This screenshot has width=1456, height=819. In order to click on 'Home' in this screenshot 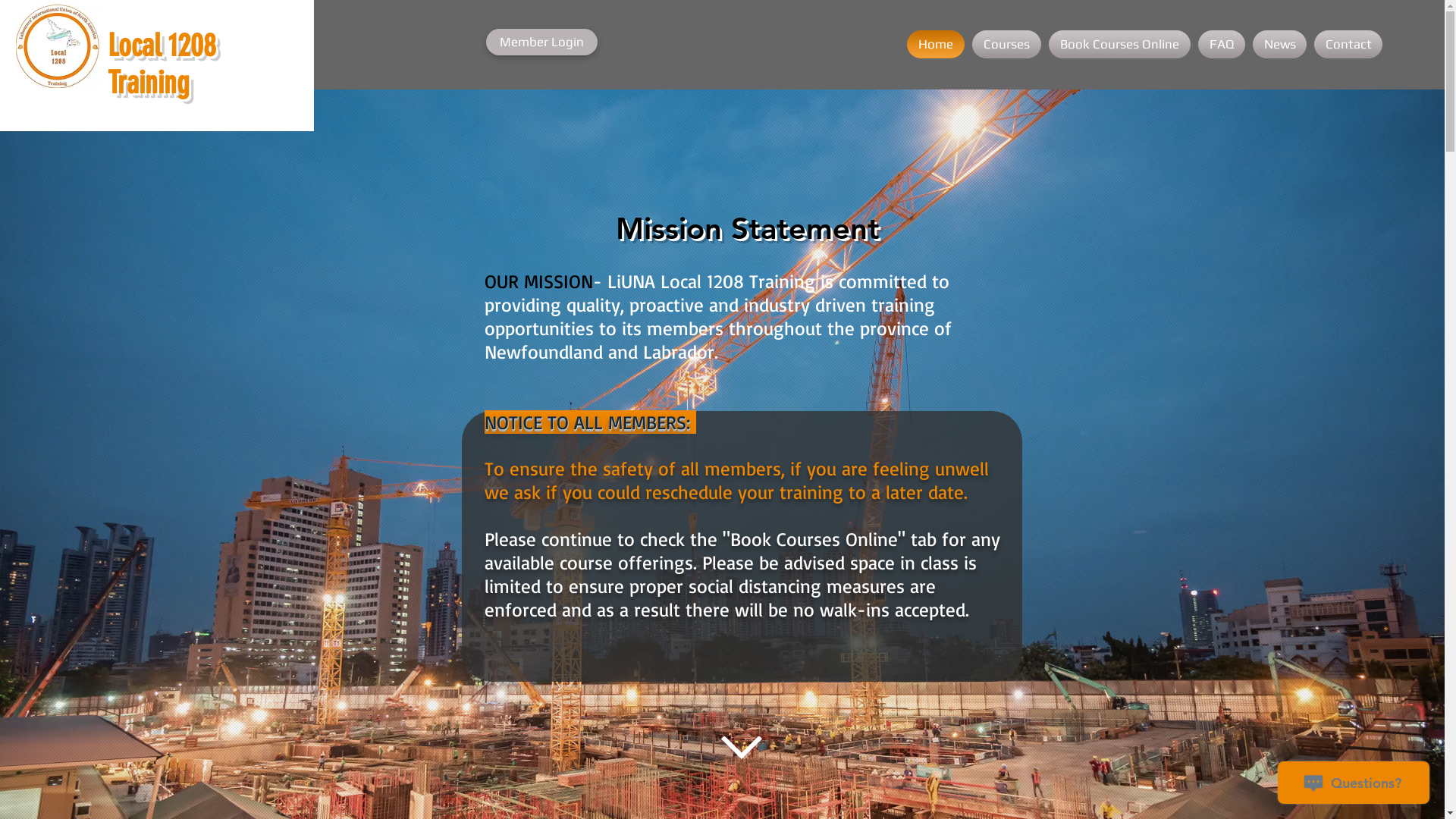, I will do `click(937, 43)`.